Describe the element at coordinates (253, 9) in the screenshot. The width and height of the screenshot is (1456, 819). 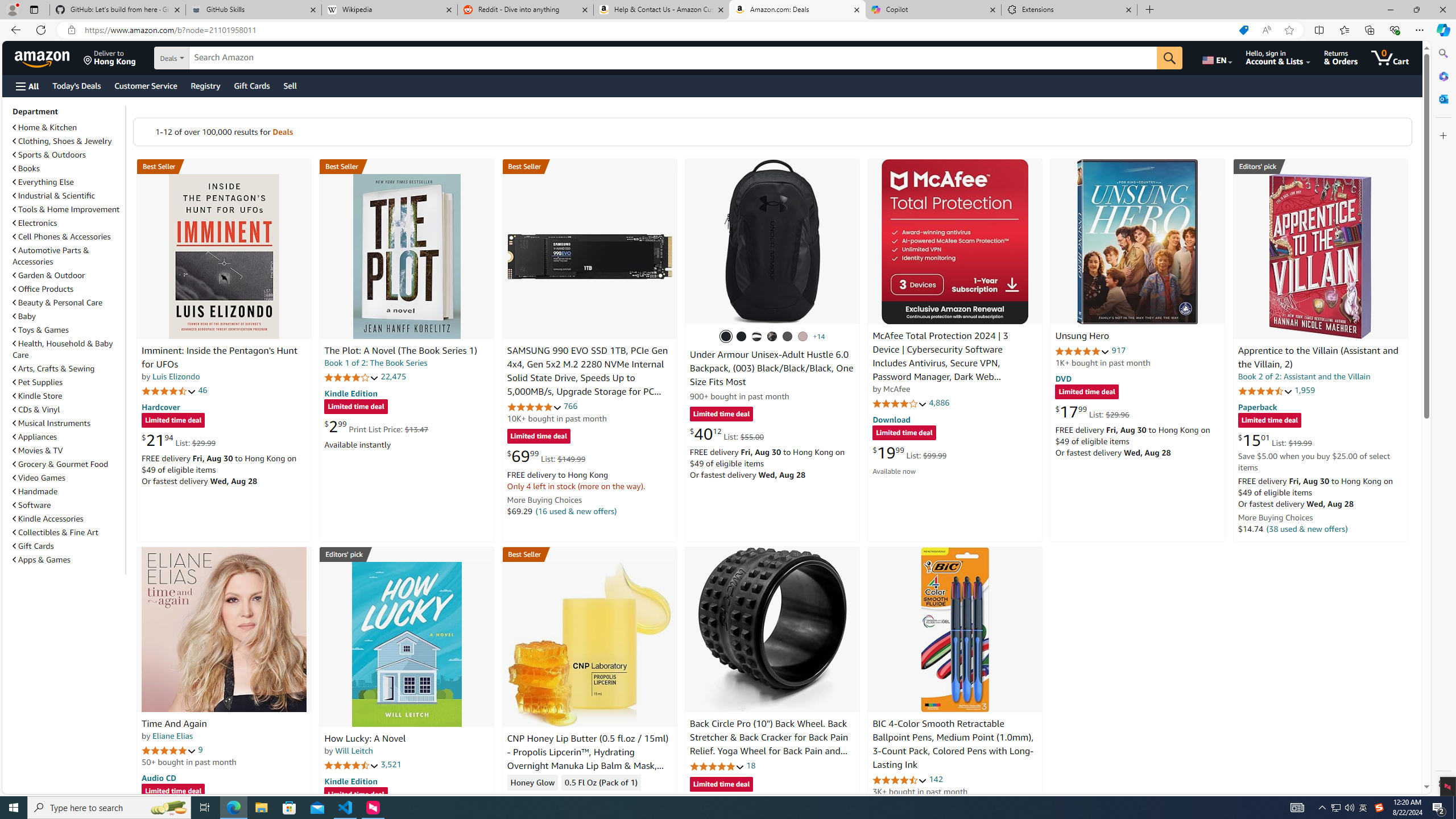
I see `'GitHub Skills'` at that location.